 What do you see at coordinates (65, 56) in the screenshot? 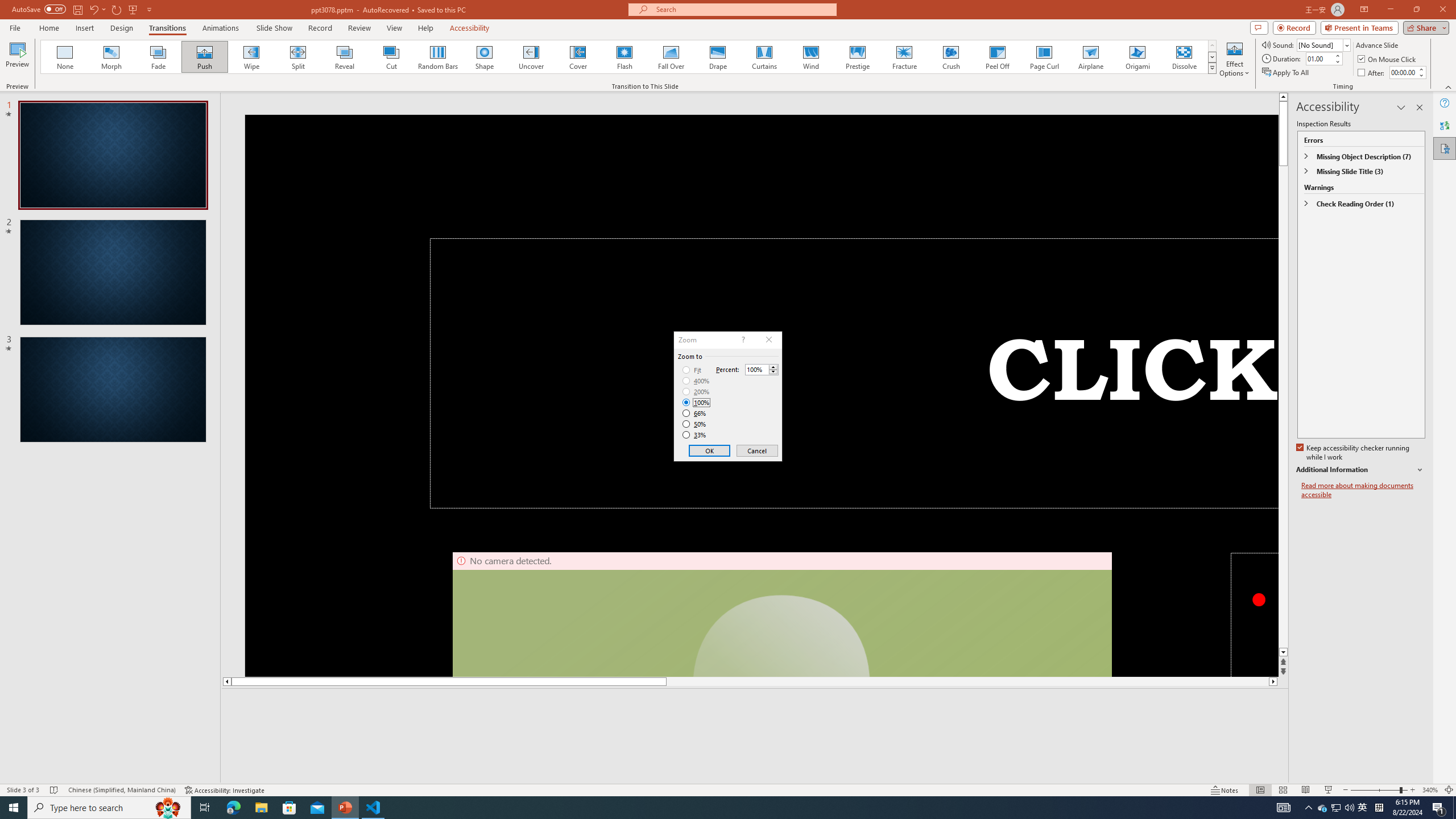
I see `'None'` at bounding box center [65, 56].